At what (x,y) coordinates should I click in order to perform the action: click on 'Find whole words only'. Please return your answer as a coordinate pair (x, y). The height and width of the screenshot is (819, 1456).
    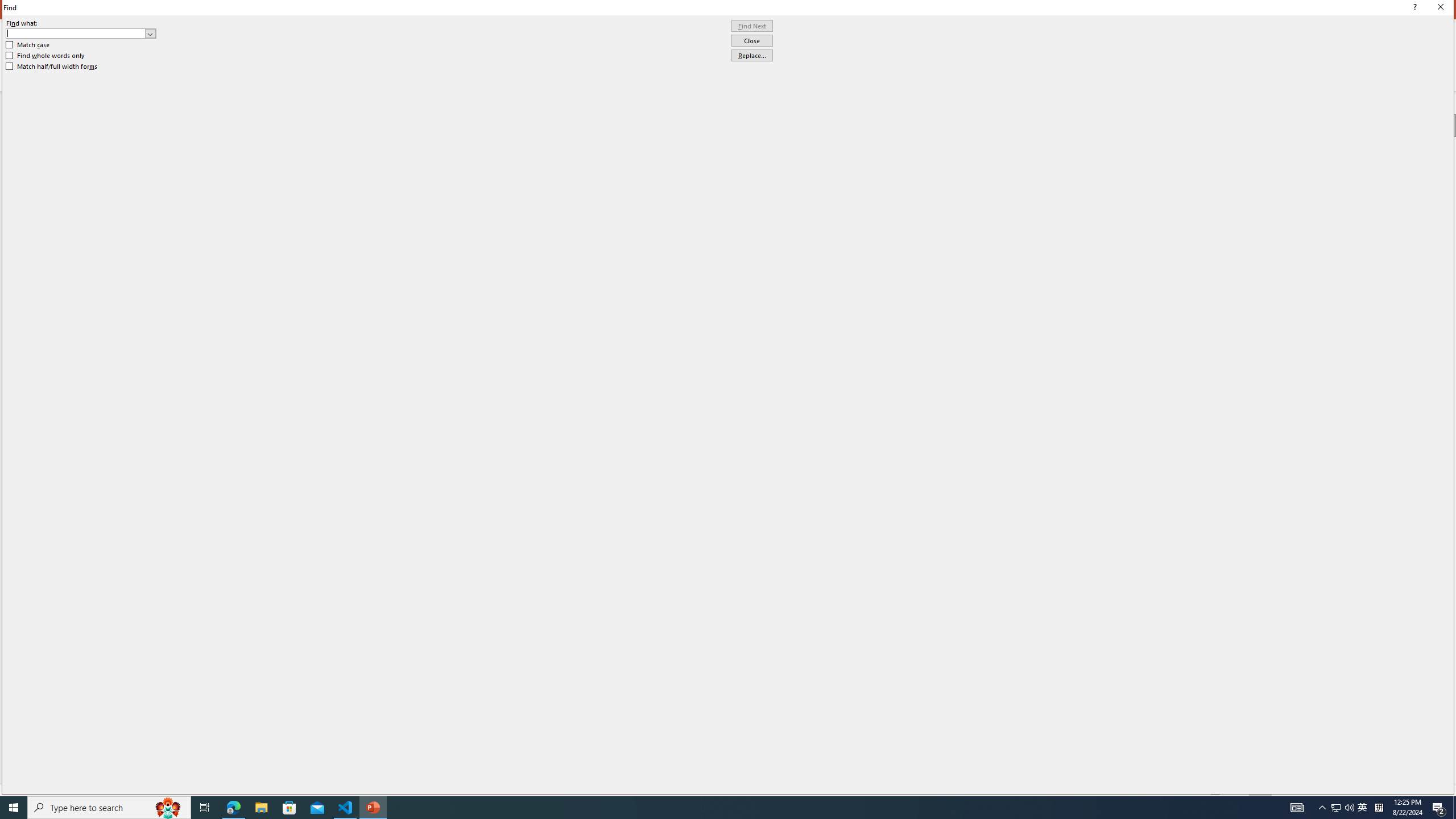
    Looking at the image, I should click on (45, 55).